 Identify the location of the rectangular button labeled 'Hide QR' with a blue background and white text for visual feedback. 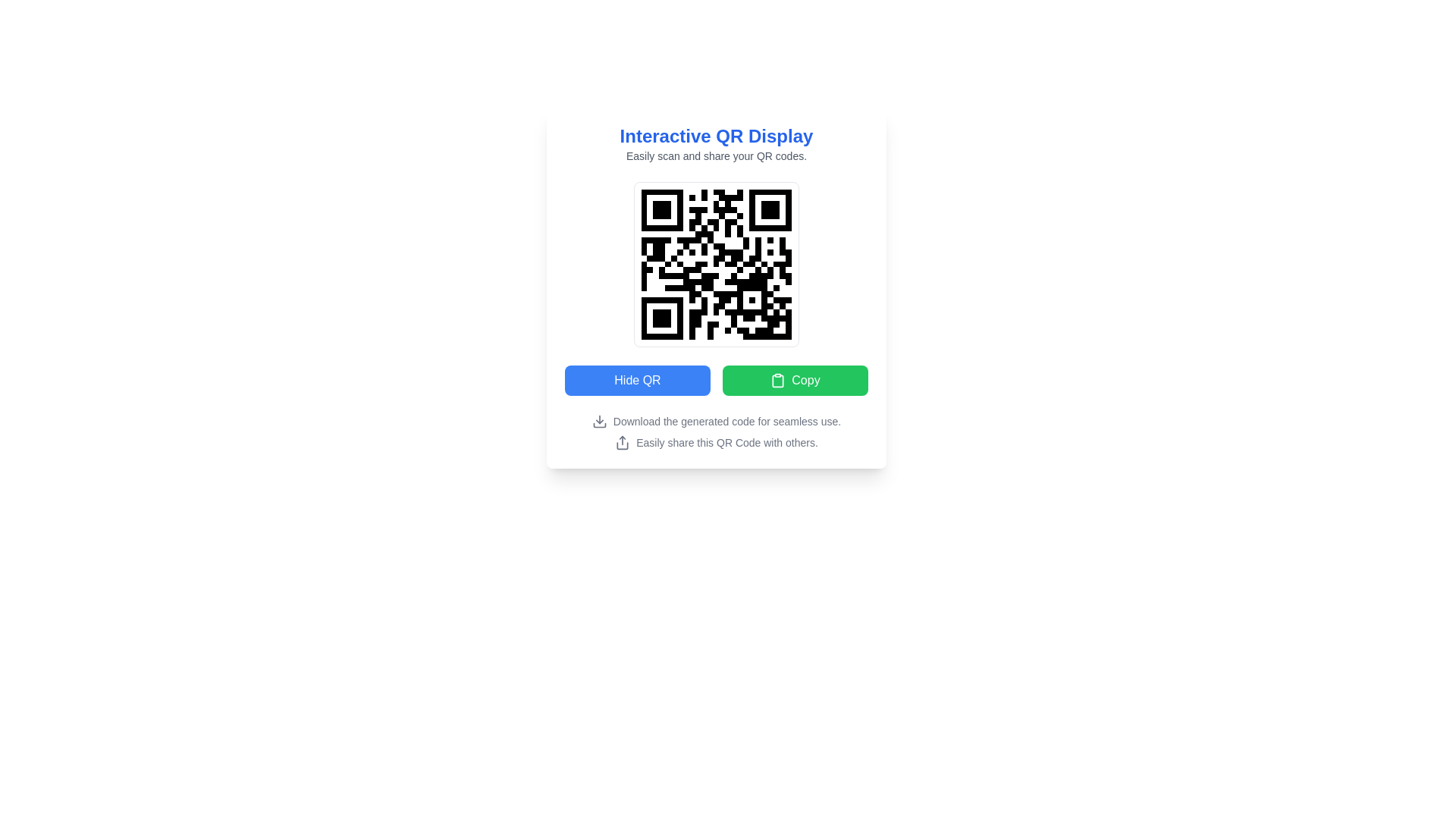
(637, 379).